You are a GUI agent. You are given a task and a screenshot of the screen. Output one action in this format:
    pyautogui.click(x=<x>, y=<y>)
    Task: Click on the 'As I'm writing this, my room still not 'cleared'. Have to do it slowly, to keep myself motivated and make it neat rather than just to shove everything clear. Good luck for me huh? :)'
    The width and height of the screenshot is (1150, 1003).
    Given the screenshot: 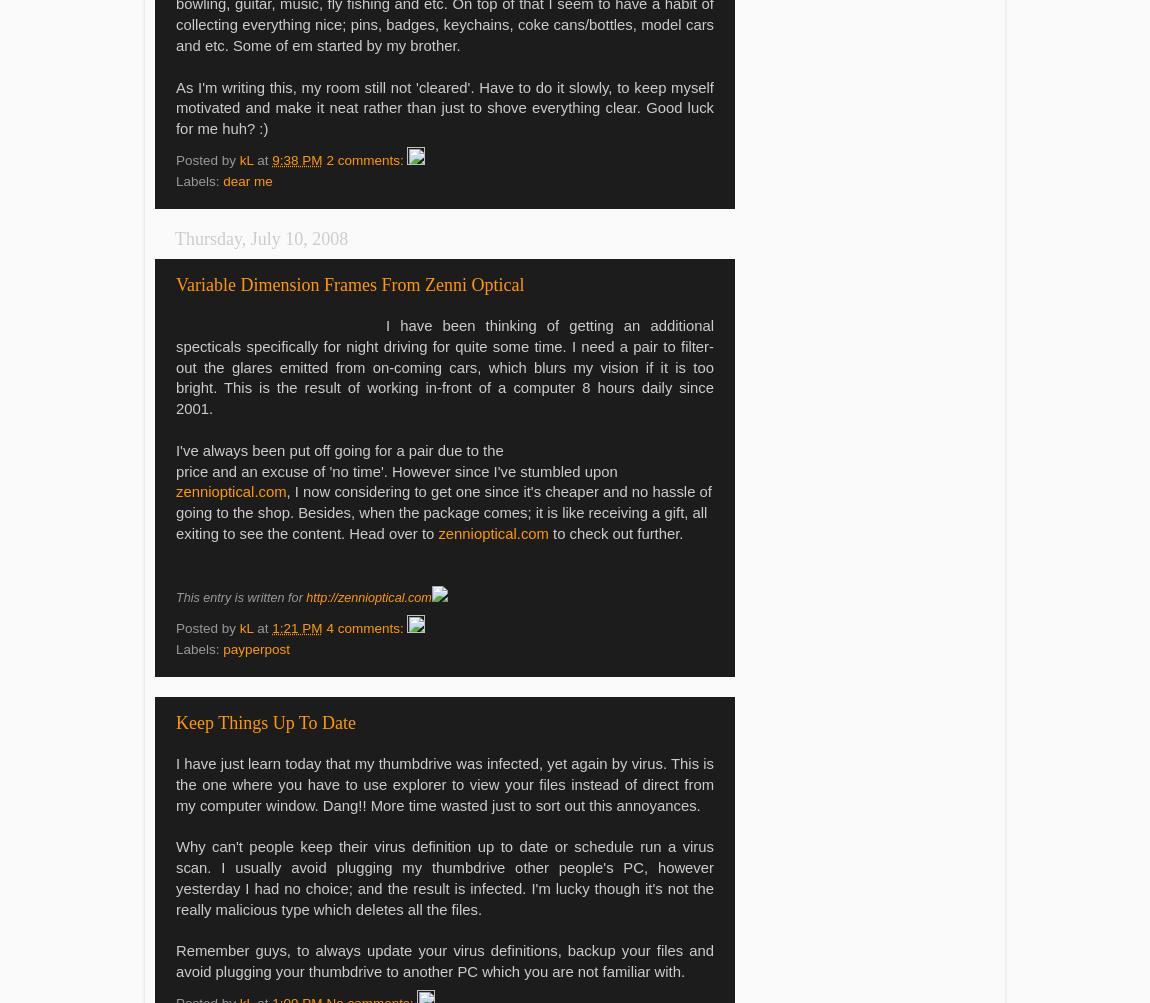 What is the action you would take?
    pyautogui.click(x=445, y=107)
    